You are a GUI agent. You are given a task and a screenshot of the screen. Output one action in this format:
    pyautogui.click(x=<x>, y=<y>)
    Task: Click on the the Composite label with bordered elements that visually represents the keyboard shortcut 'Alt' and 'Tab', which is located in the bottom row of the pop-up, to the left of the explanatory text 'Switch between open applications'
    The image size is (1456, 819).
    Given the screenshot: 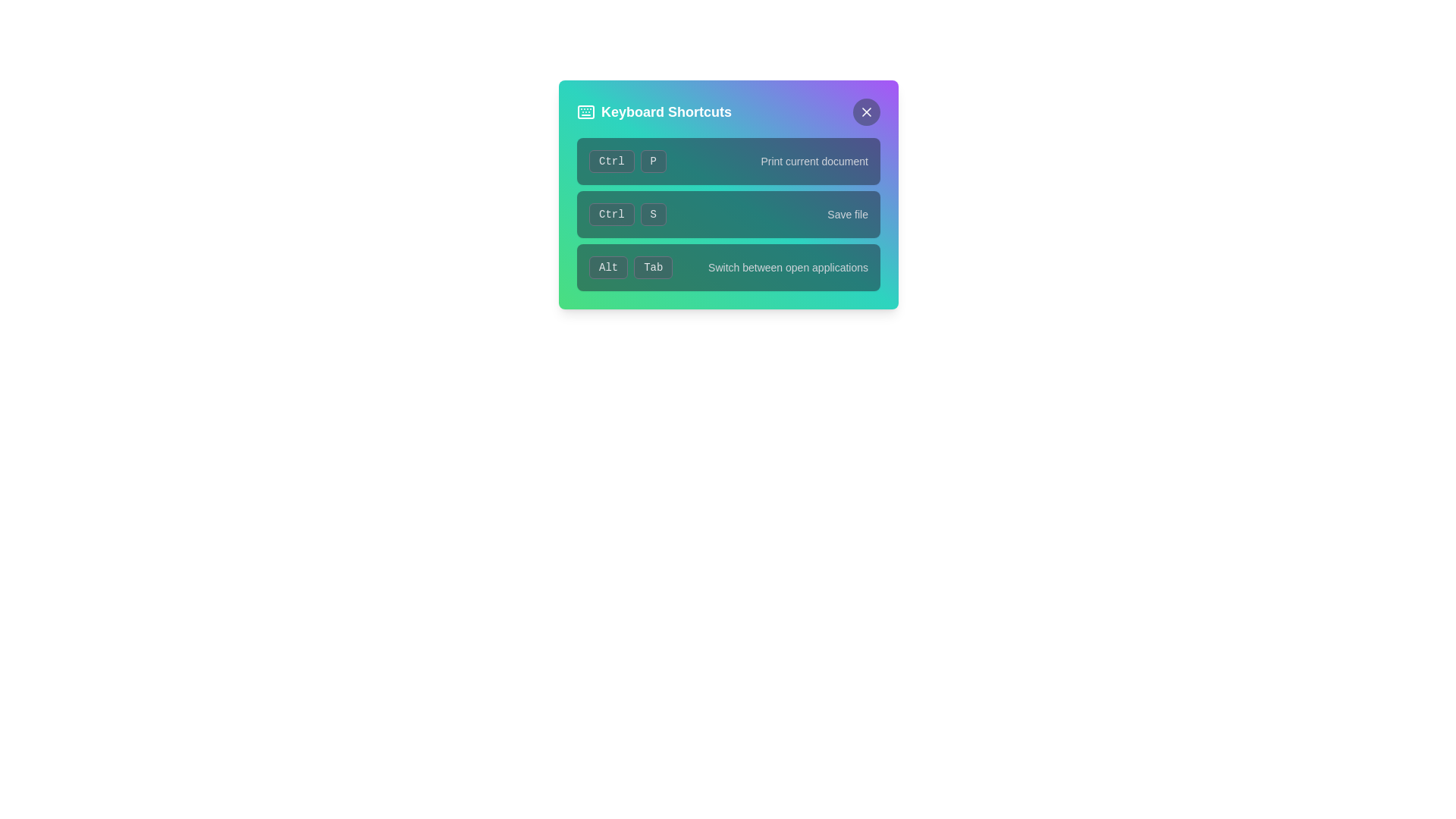 What is the action you would take?
    pyautogui.click(x=631, y=267)
    